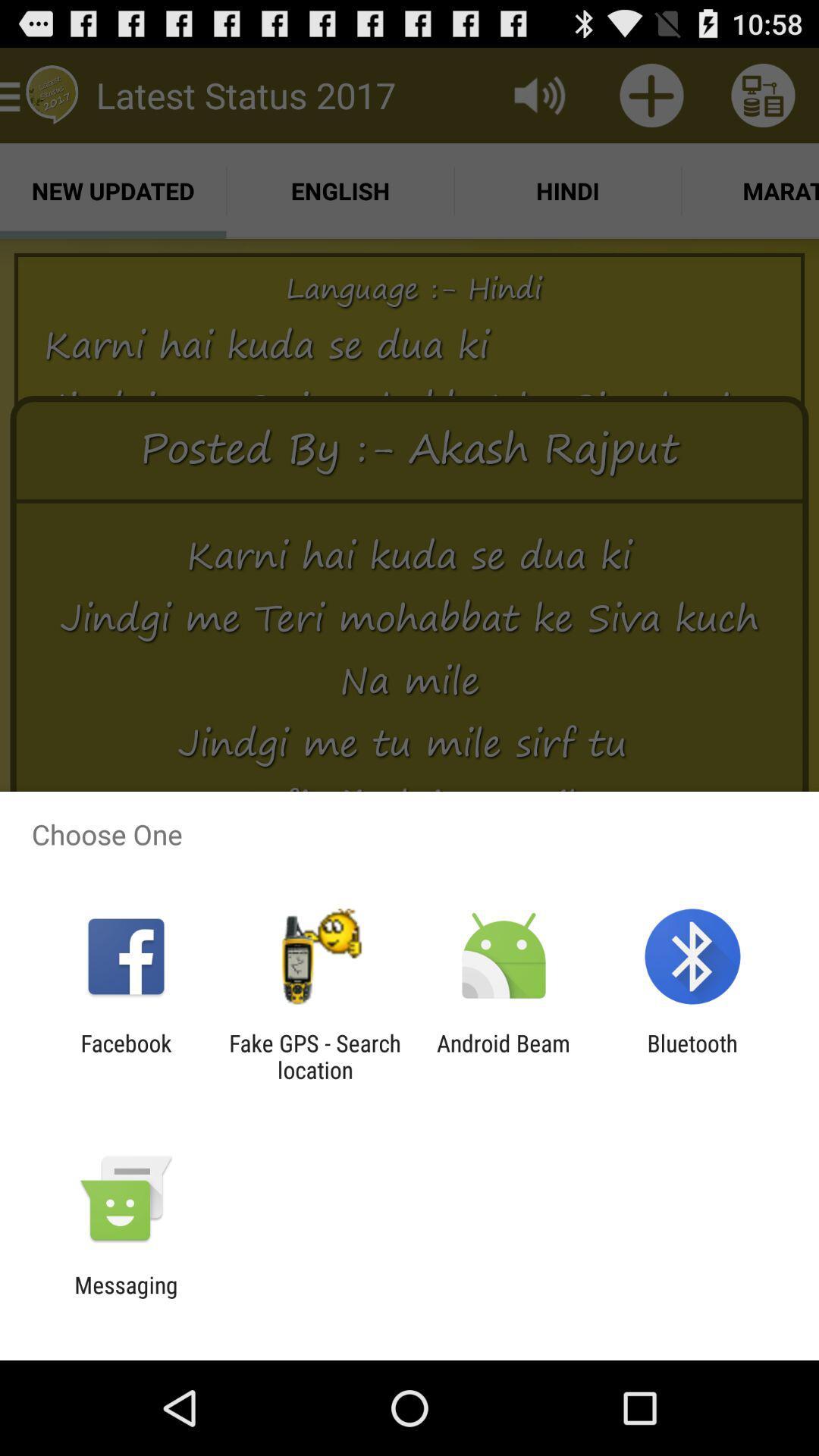 The width and height of the screenshot is (819, 1456). Describe the element at coordinates (125, 1056) in the screenshot. I see `facebook icon` at that location.